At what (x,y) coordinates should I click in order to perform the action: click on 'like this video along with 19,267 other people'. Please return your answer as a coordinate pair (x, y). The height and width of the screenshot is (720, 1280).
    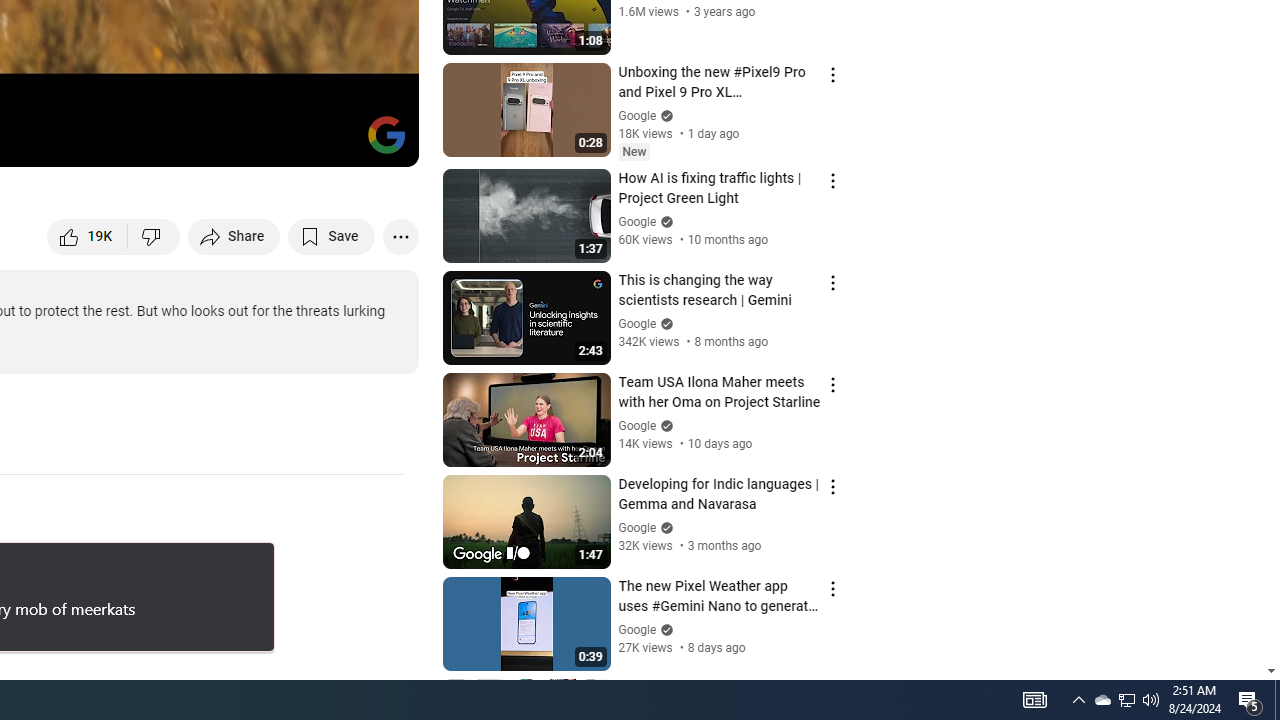
    Looking at the image, I should click on (87, 235).